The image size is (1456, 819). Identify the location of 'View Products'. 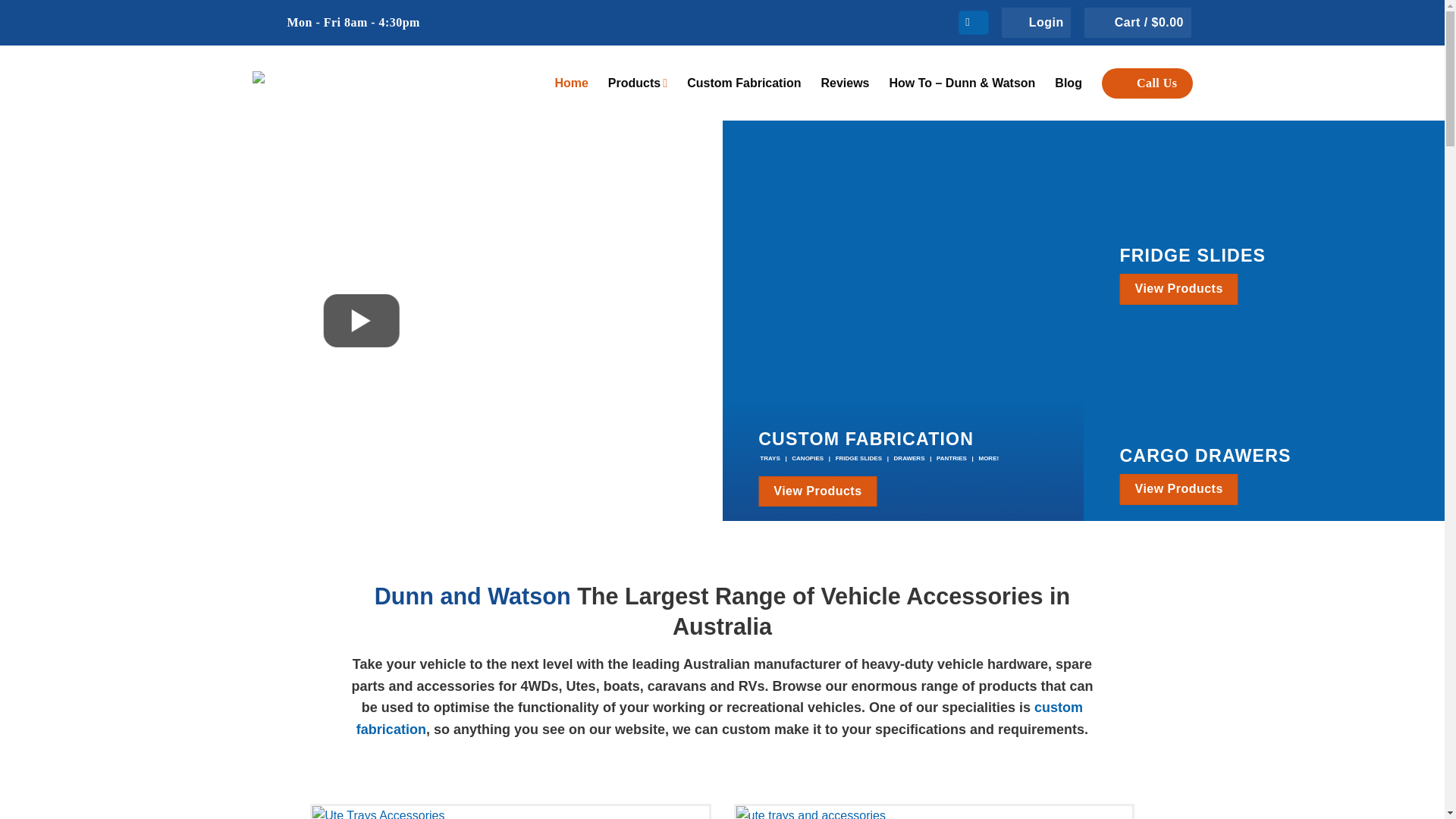
(1119, 488).